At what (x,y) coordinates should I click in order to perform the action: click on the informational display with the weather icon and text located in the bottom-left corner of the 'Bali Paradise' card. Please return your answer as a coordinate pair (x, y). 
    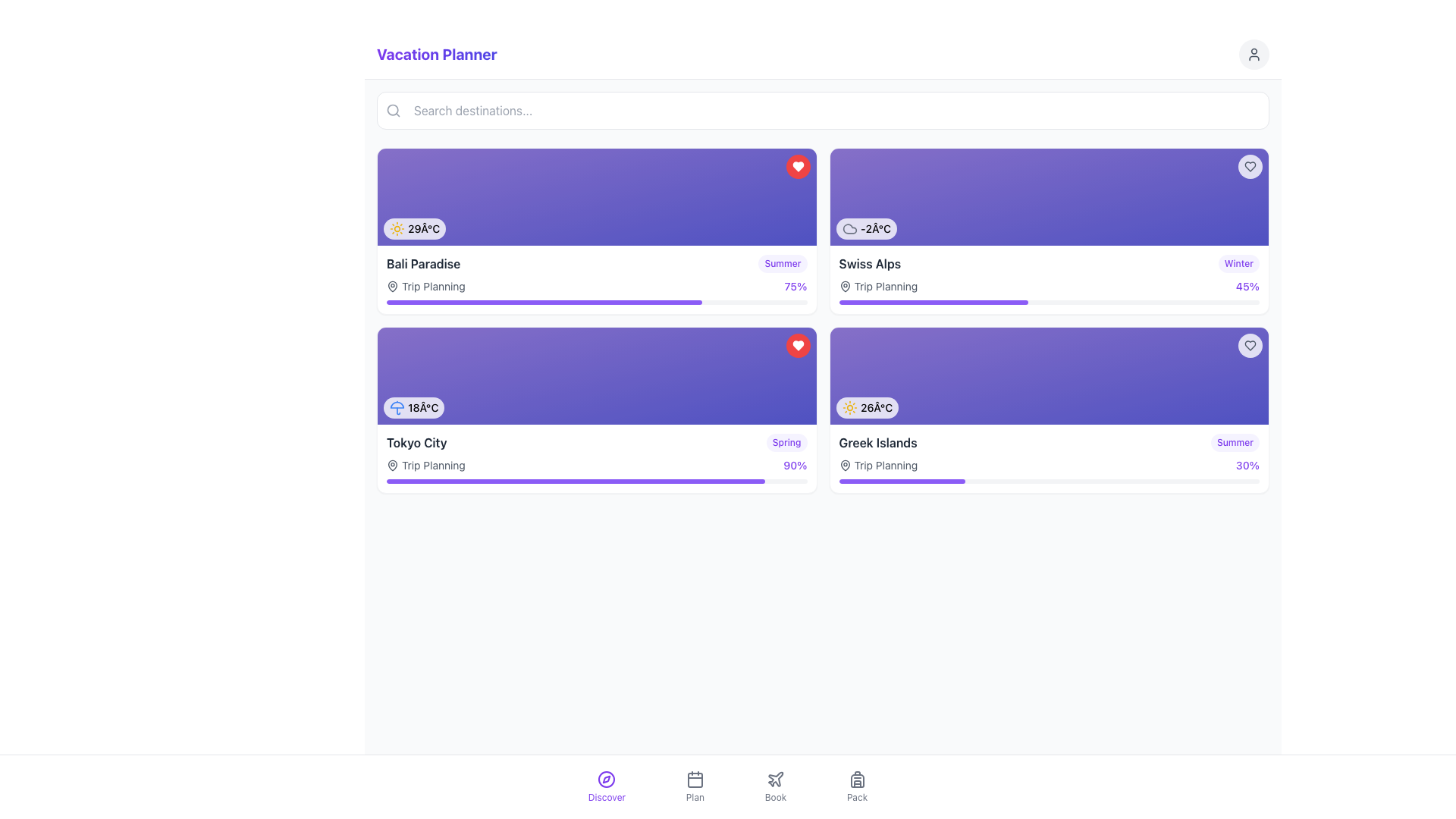
    Looking at the image, I should click on (415, 228).